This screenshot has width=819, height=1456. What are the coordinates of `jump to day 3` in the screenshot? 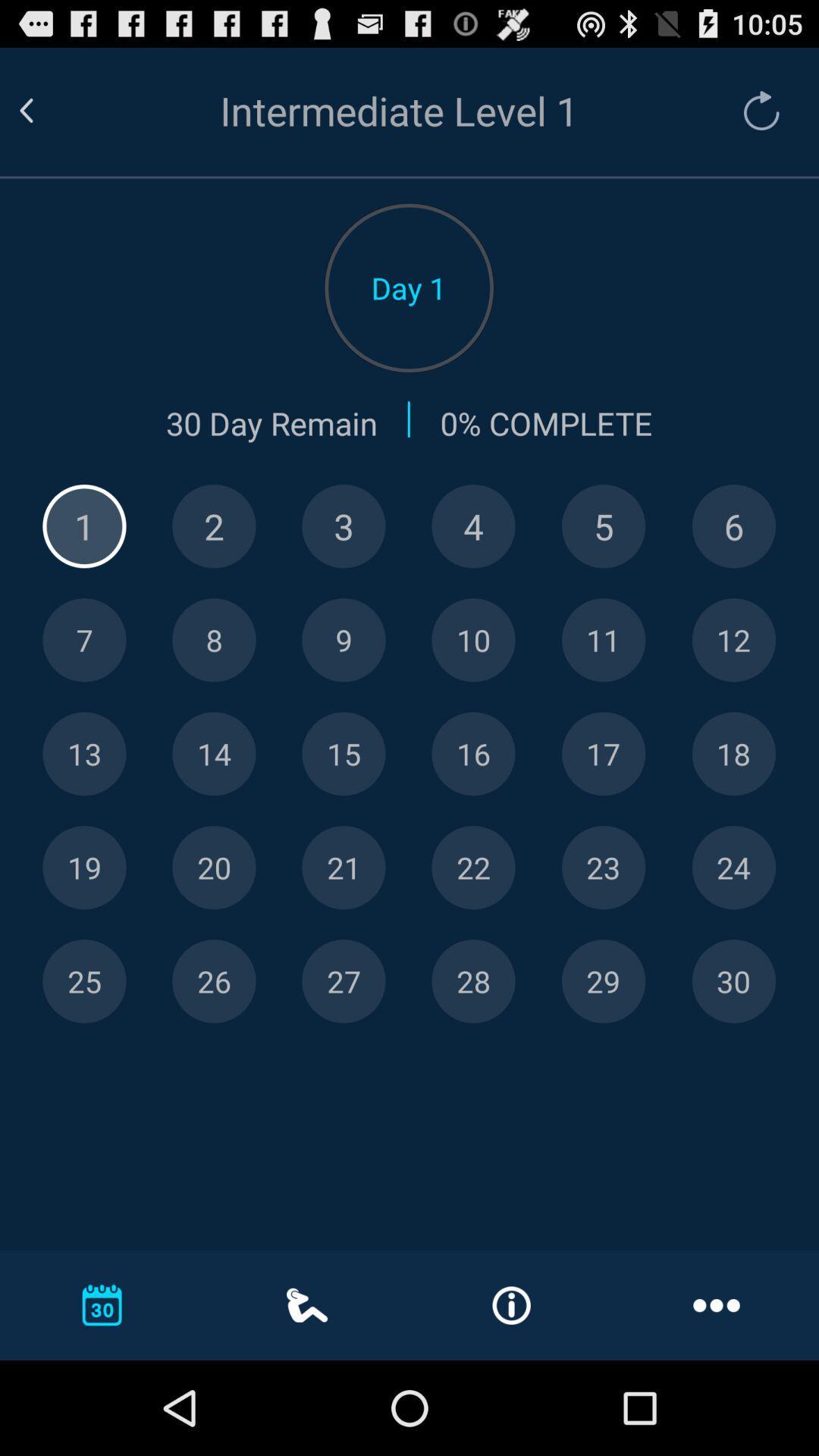 It's located at (344, 526).